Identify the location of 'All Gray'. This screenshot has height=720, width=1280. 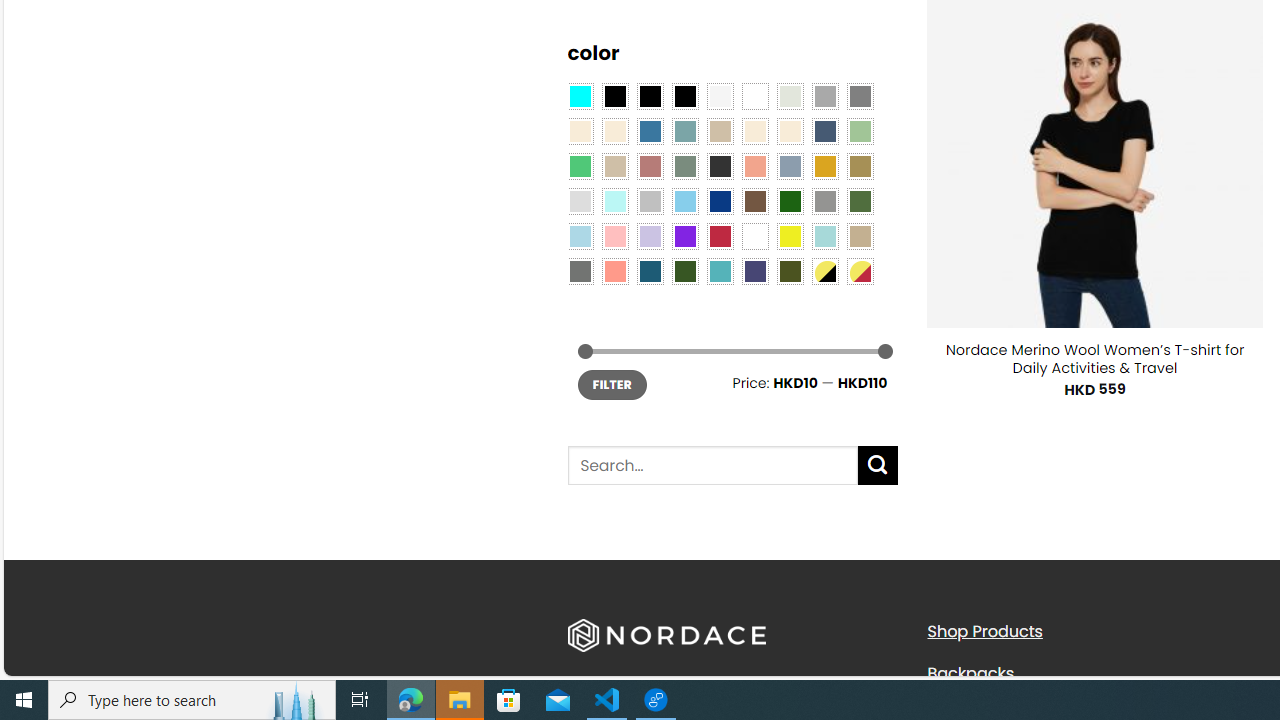
(860, 95).